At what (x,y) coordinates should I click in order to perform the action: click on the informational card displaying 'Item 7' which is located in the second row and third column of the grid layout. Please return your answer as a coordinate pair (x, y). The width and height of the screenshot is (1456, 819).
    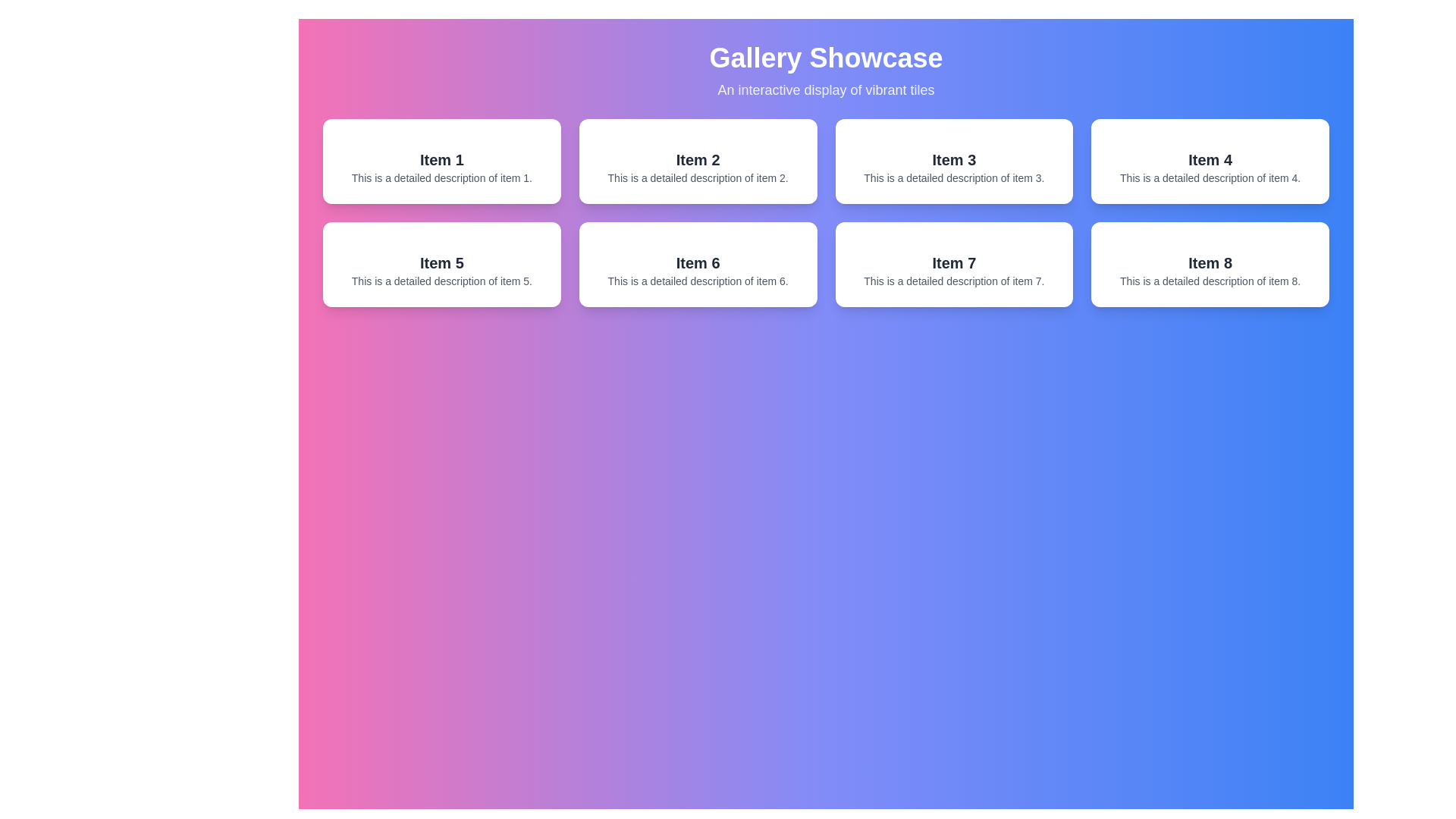
    Looking at the image, I should click on (953, 263).